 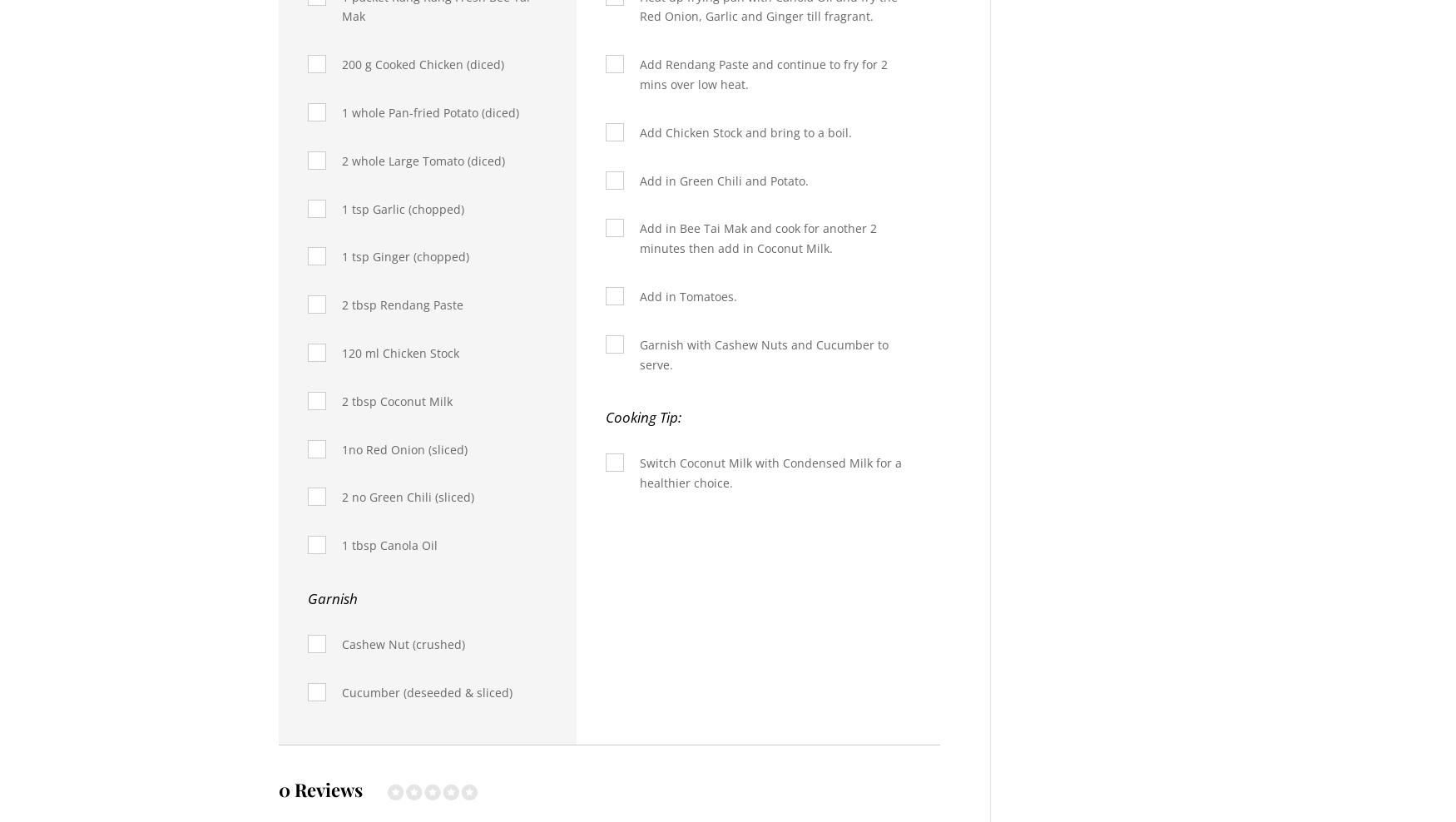 What do you see at coordinates (762, 353) in the screenshot?
I see `'Garnish with Cashew Nuts and Cucumber to serve.'` at bounding box center [762, 353].